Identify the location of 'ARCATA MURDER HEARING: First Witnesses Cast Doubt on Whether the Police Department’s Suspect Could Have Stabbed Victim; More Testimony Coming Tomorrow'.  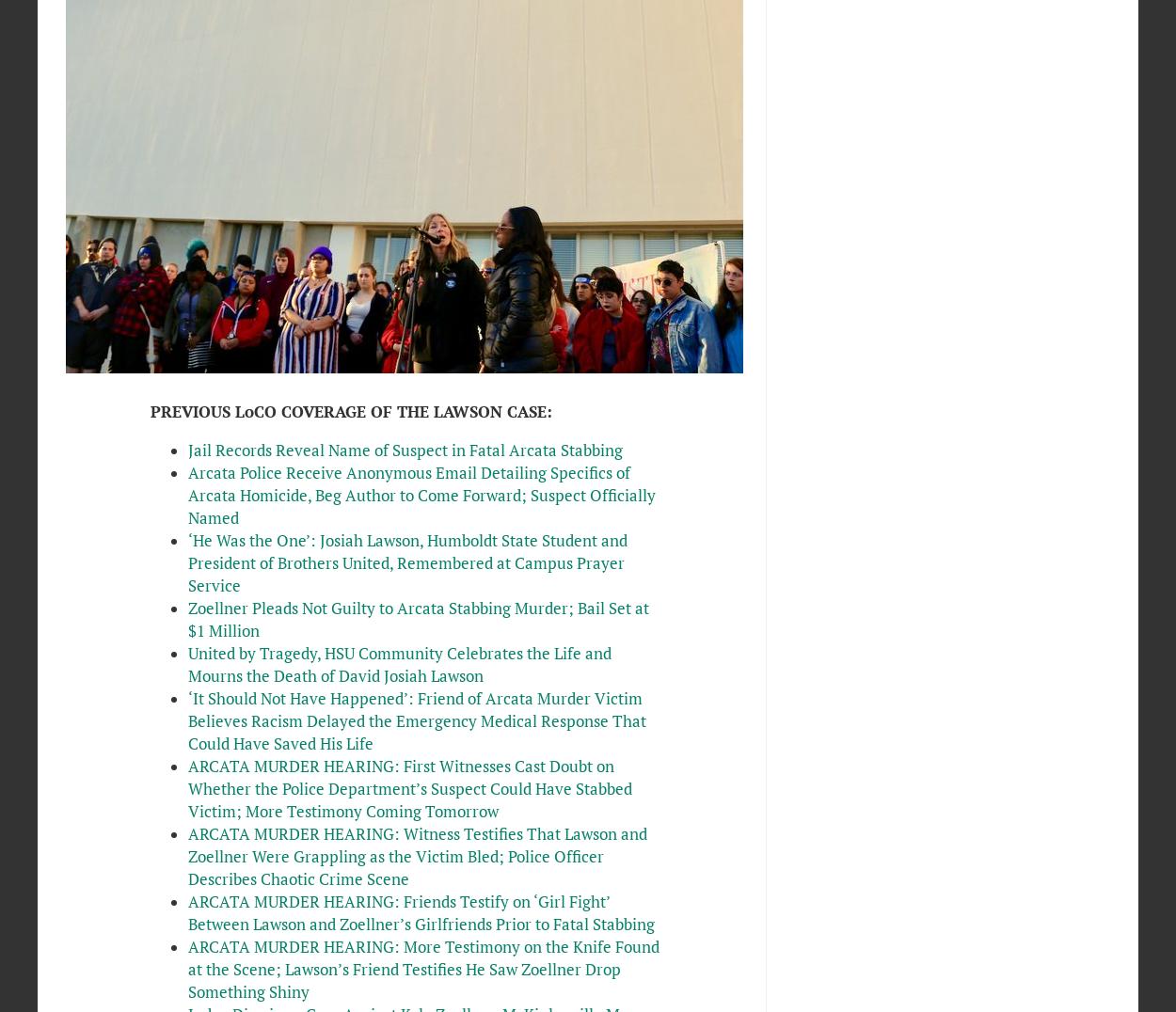
(408, 786).